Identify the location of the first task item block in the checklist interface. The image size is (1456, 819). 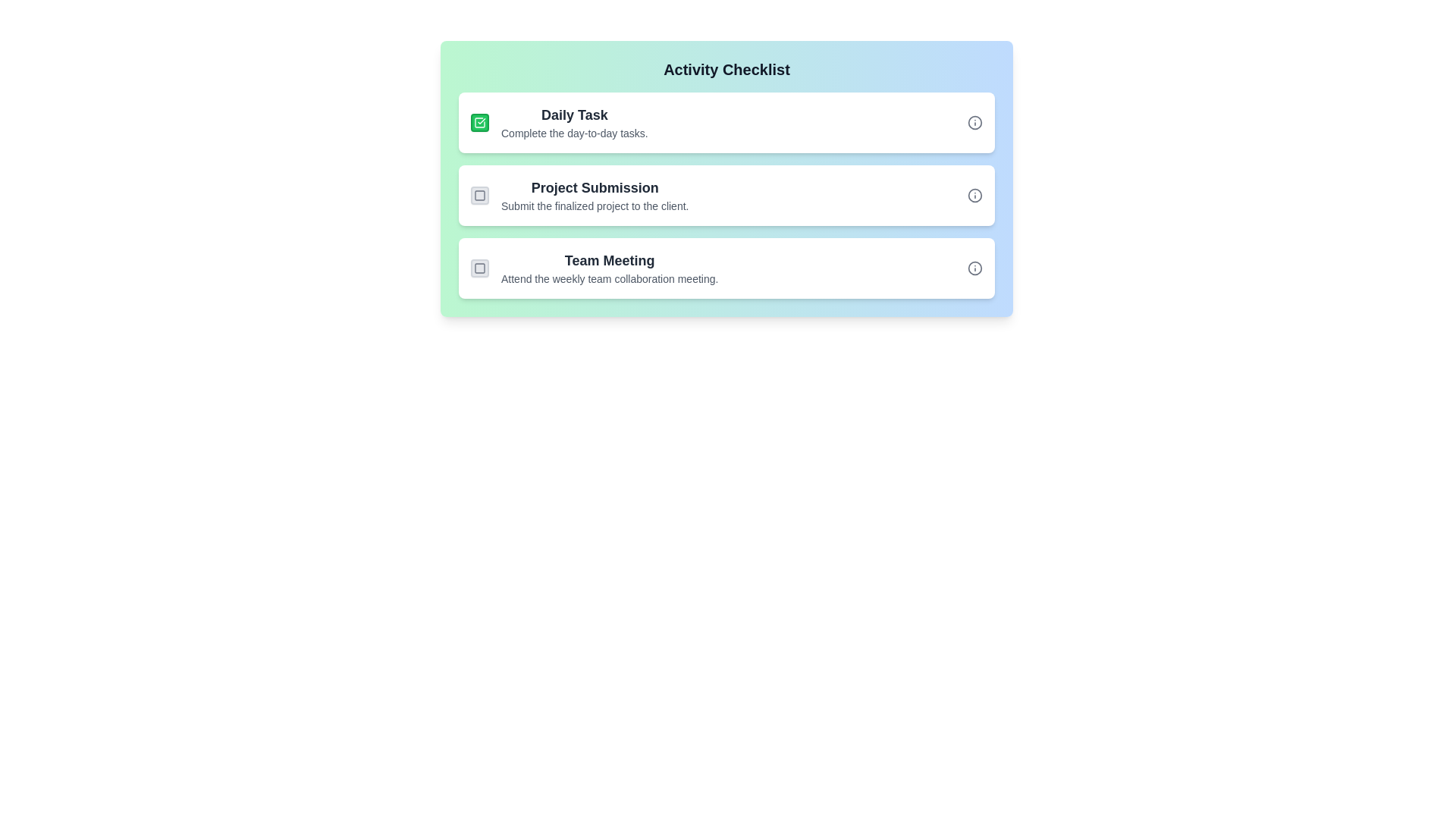
(558, 122).